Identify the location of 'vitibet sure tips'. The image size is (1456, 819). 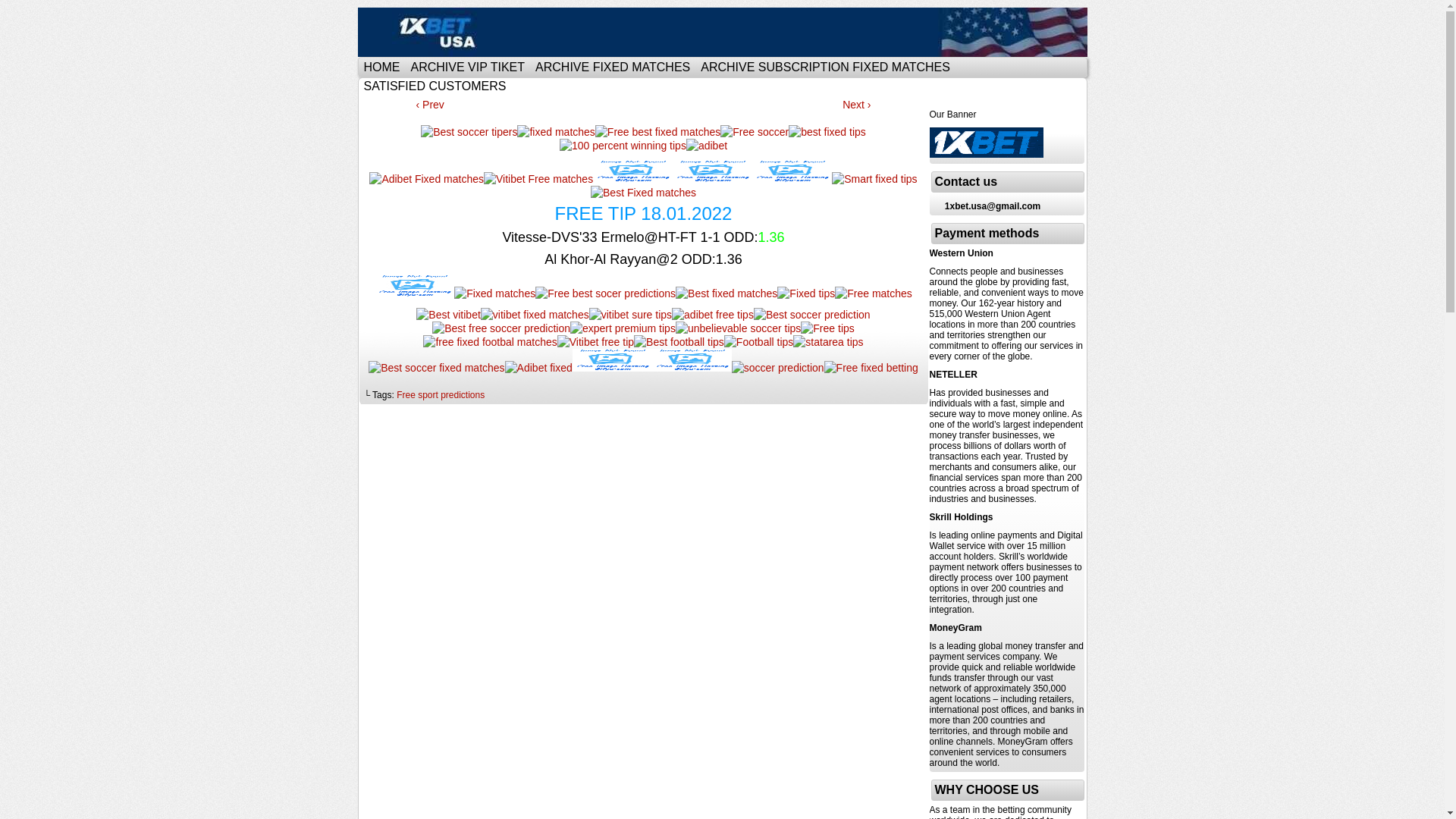
(630, 314).